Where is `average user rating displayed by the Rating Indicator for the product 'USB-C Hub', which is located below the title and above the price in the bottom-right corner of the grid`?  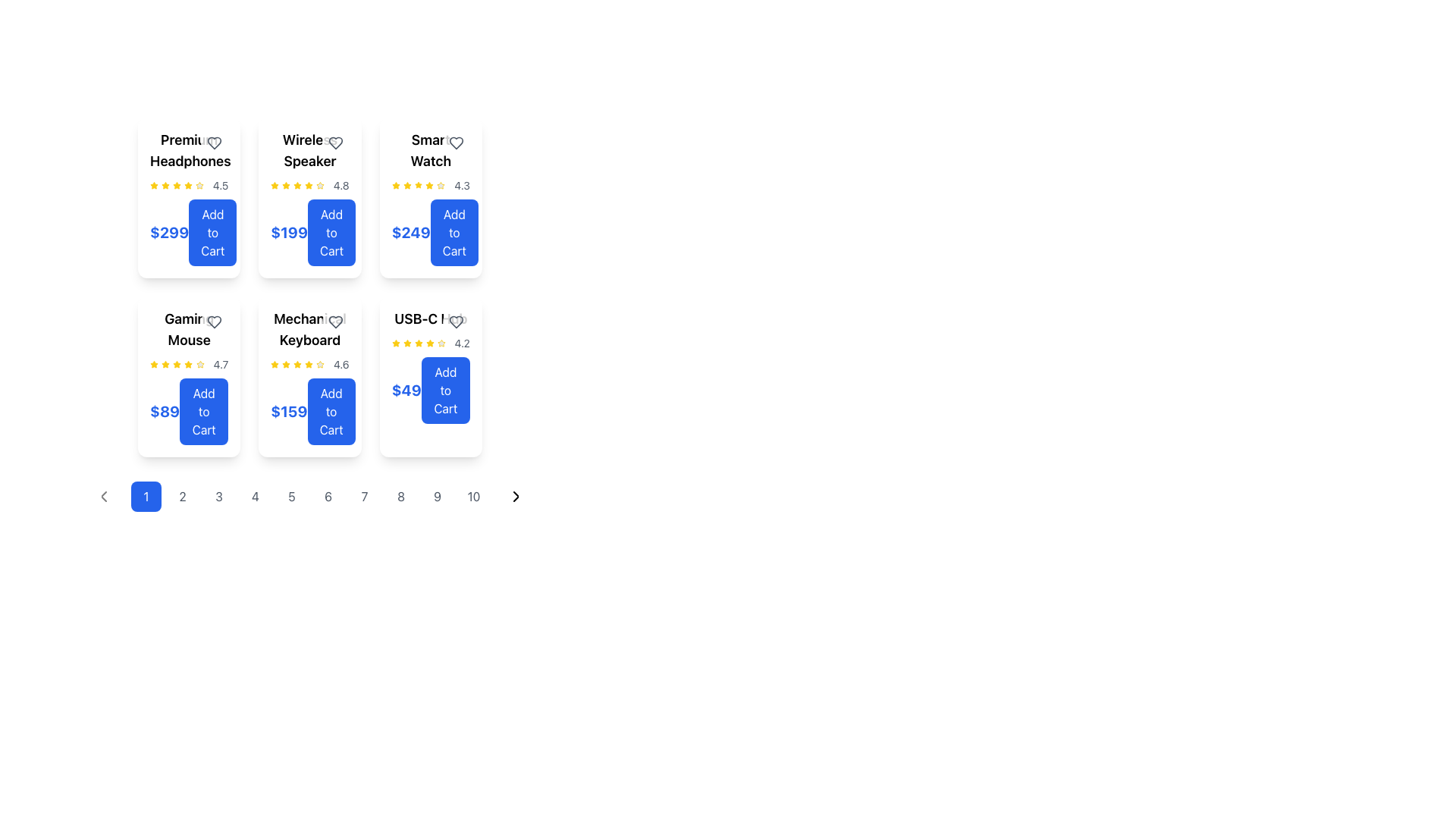 average user rating displayed by the Rating Indicator for the product 'USB-C Hub', which is located below the title and above the price in the bottom-right corner of the grid is located at coordinates (430, 343).